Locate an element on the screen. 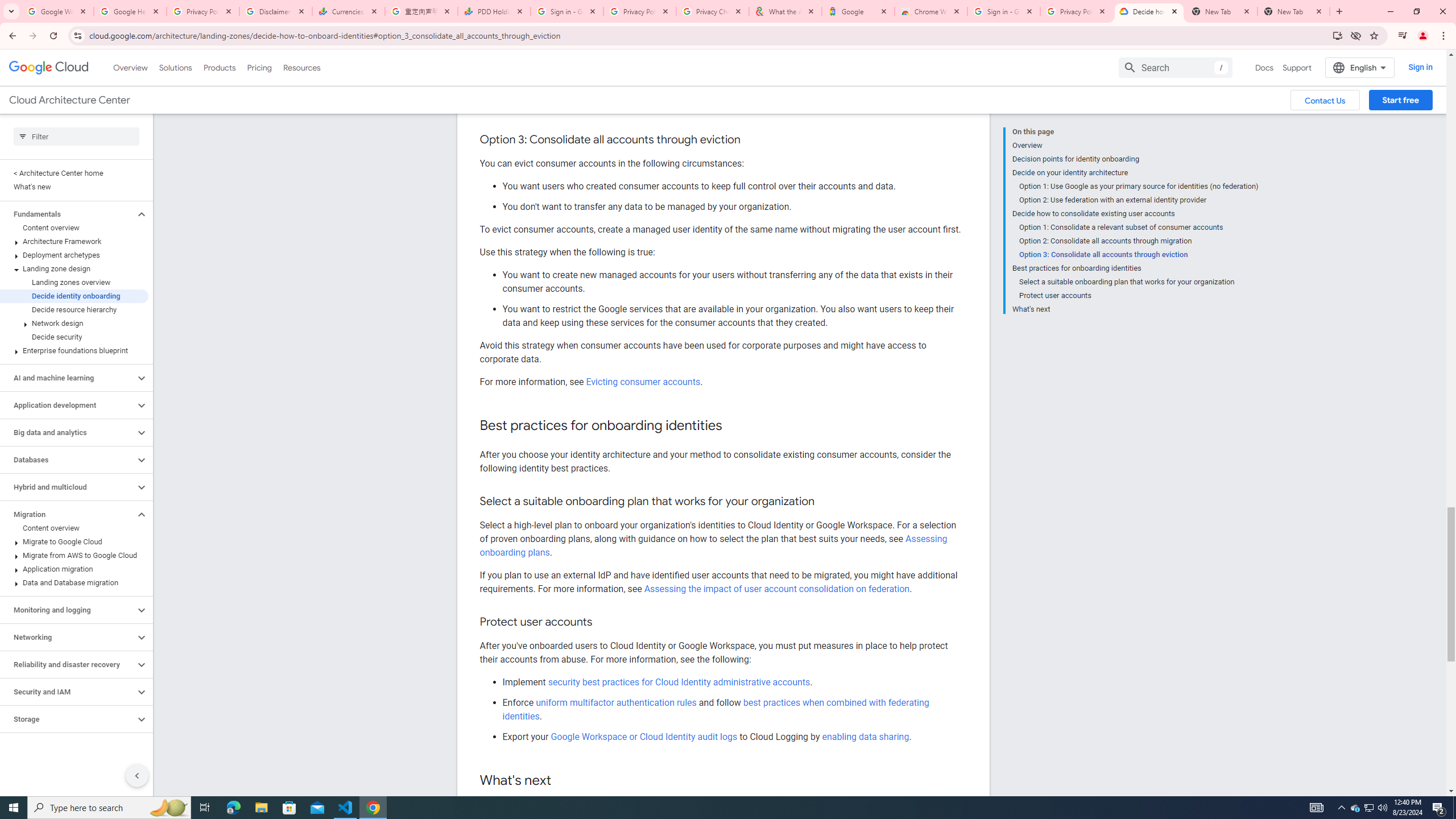 The width and height of the screenshot is (1456, 819). 'Cloud Architecture Center' is located at coordinates (69, 100).